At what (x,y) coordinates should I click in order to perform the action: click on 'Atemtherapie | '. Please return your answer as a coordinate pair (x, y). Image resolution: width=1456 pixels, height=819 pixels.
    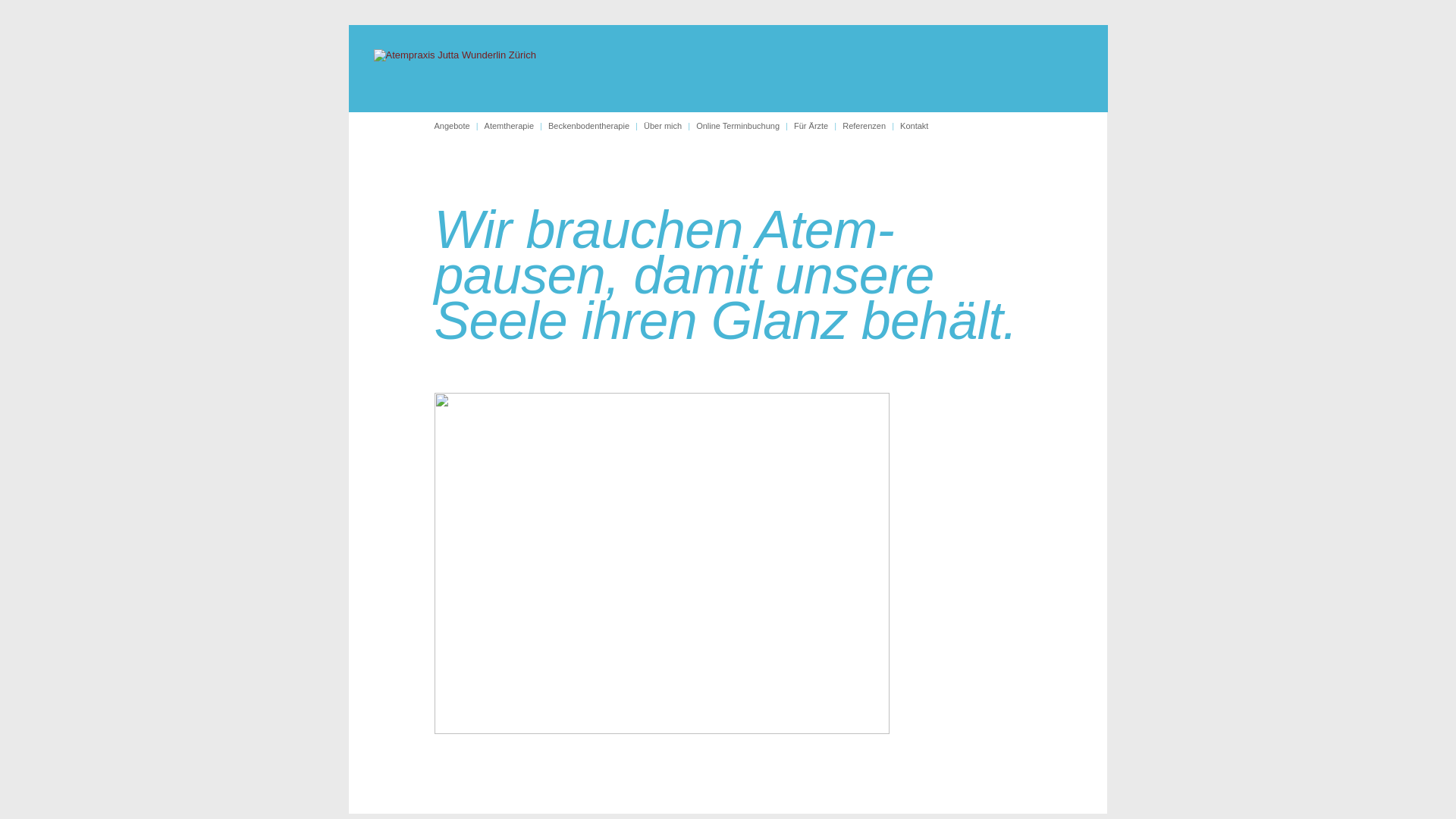
    Looking at the image, I should click on (516, 124).